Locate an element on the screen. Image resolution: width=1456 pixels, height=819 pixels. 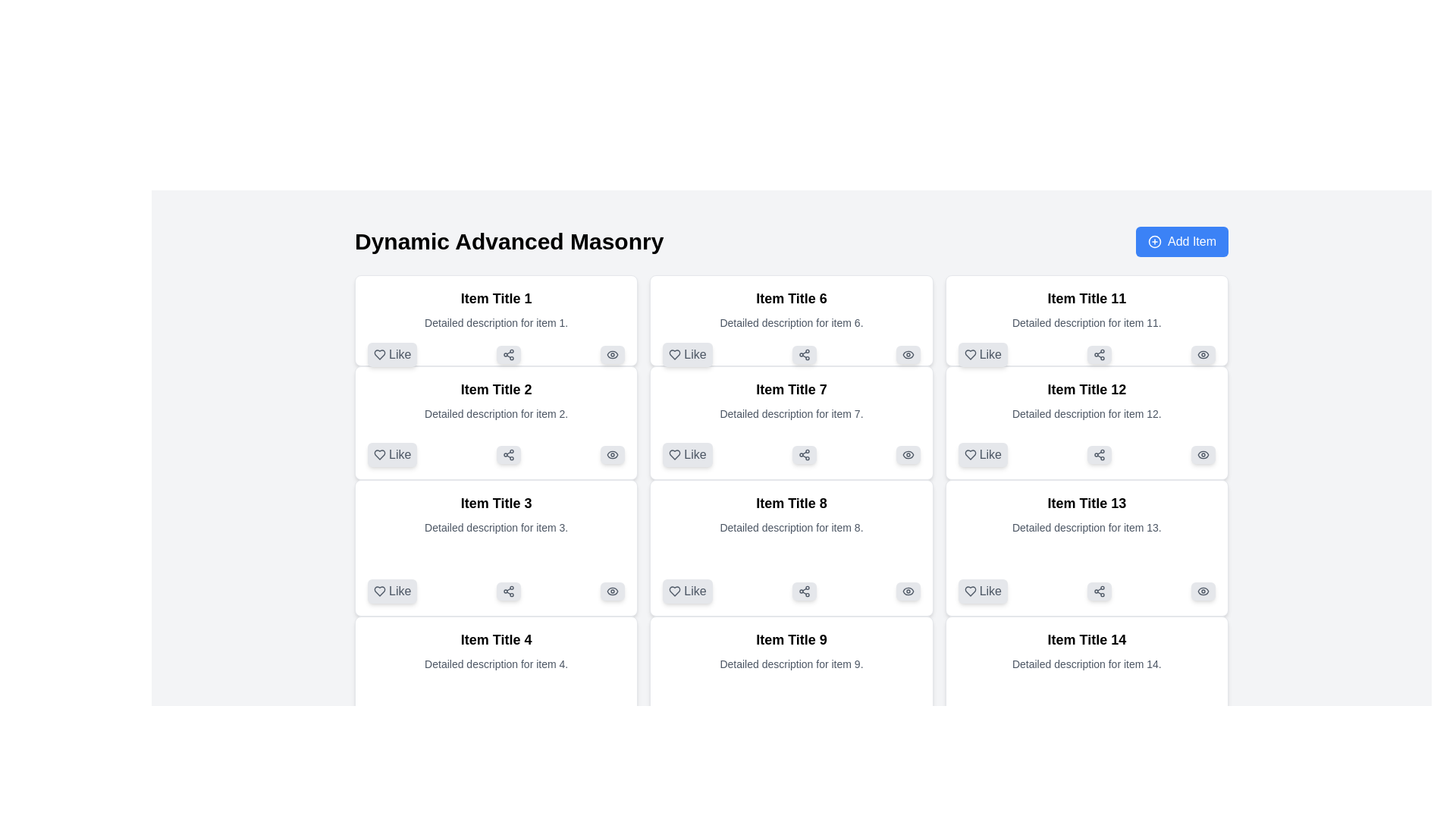
the 'Like' button, which is a small rectangular button with rounded corners displaying the word 'Like' in medium gray, located at the bottom-left corner of the card labeled 'Item Title 8' is located at coordinates (694, 590).